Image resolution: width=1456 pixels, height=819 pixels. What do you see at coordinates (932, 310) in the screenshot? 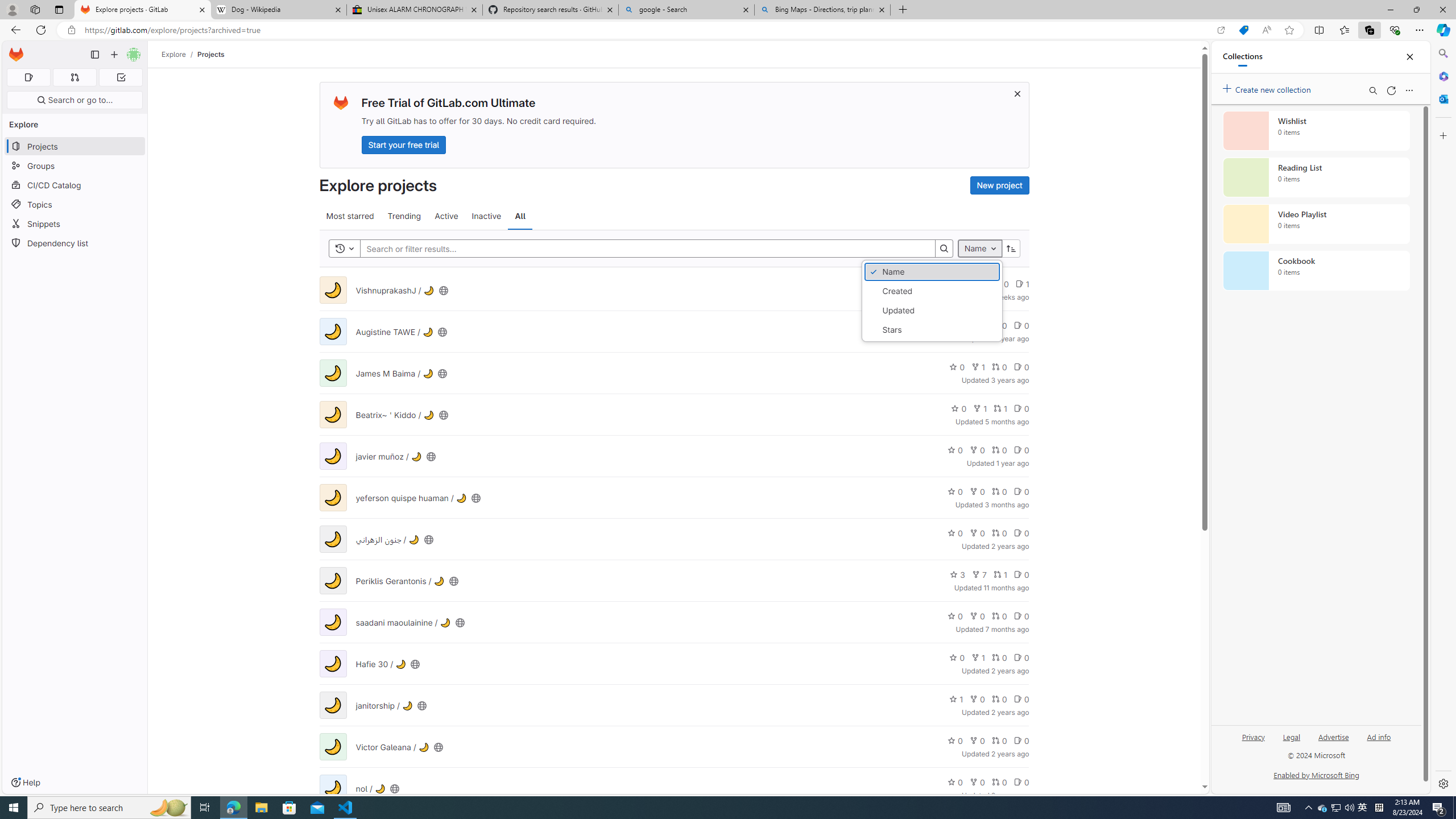
I see `'Updated'` at bounding box center [932, 310].